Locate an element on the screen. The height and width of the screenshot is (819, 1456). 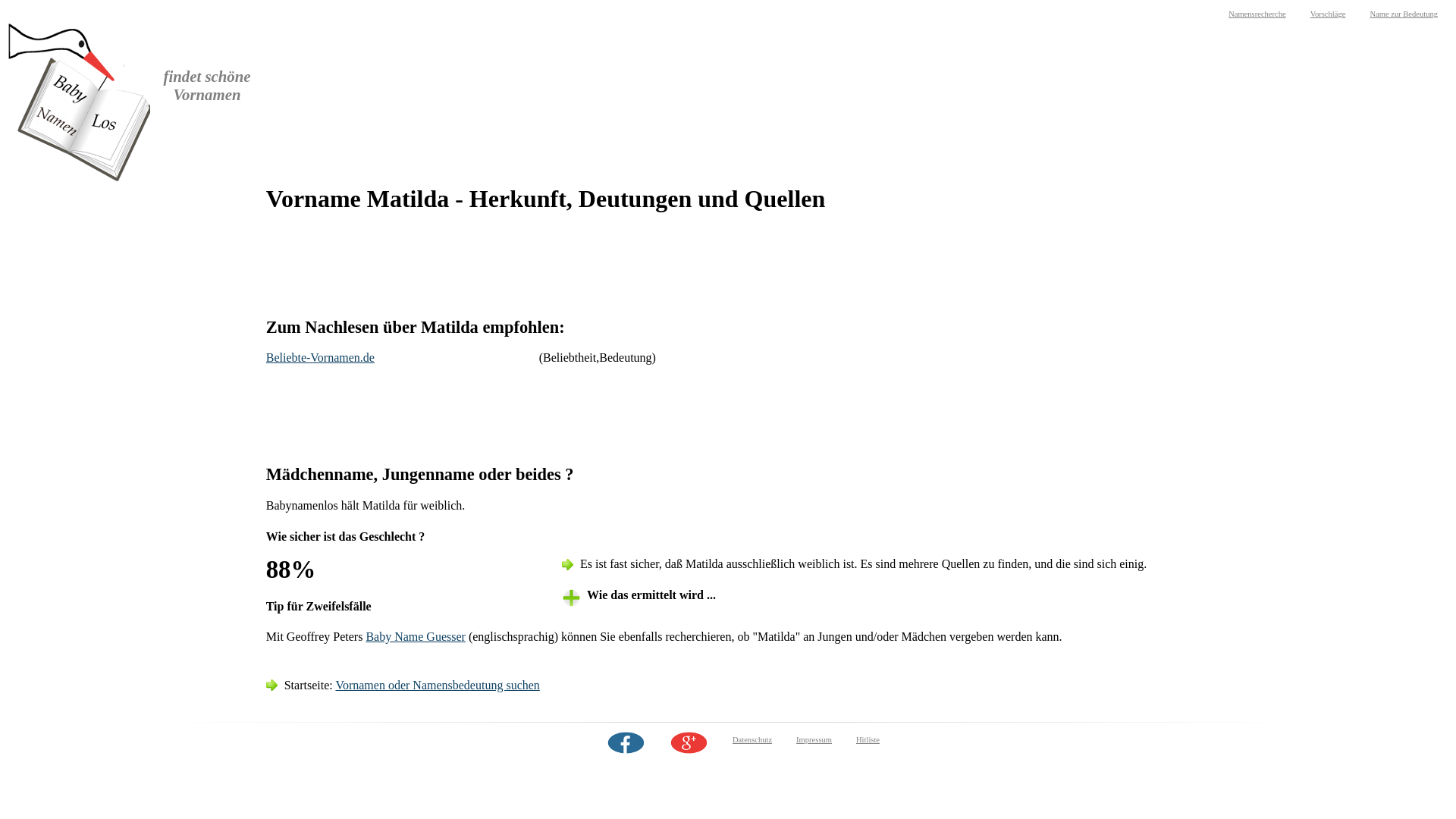
'Baby Name Guesser' is located at coordinates (415, 636).